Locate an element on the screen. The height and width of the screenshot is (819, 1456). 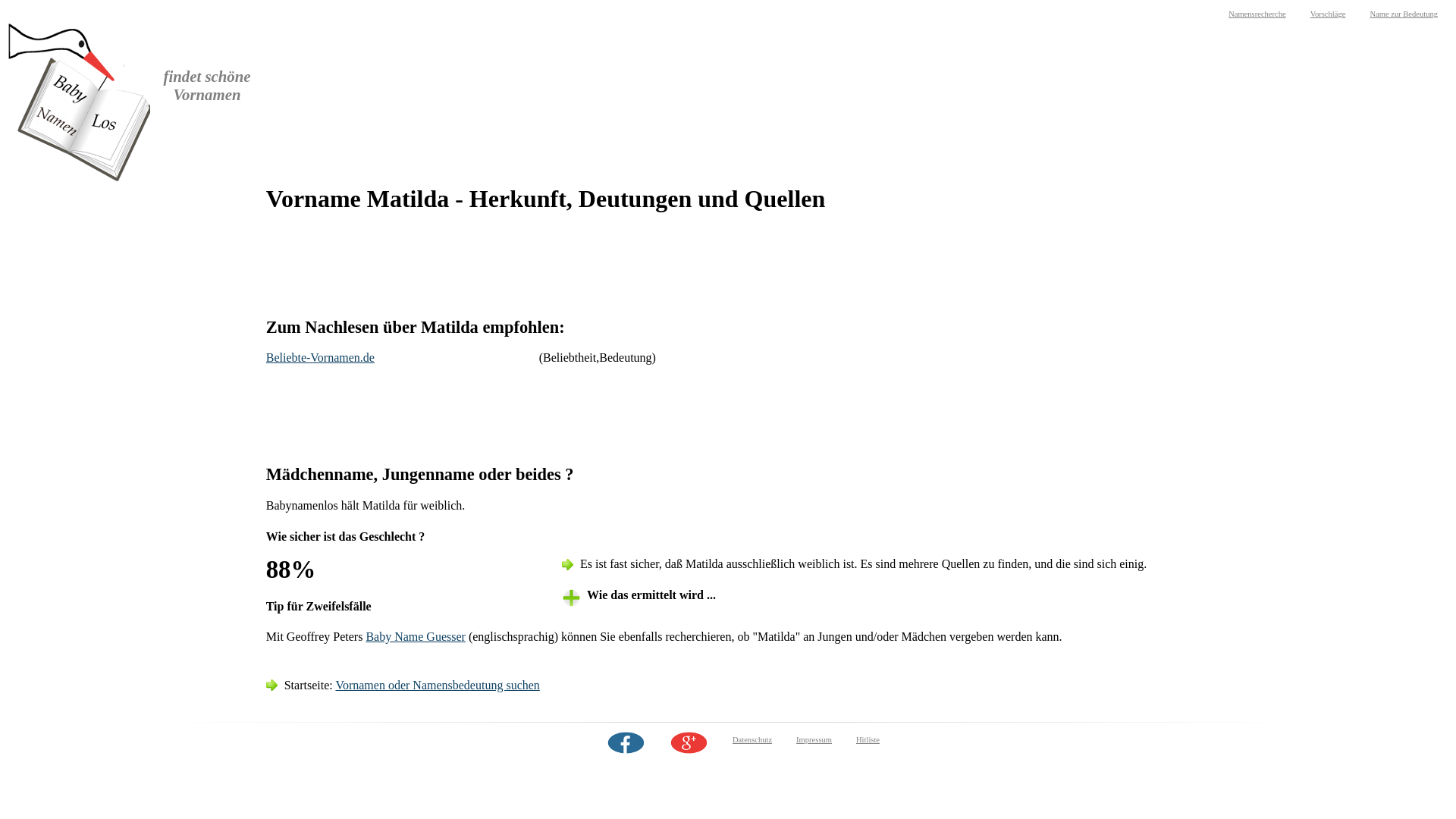
'Baby Name Guesser' is located at coordinates (415, 636).